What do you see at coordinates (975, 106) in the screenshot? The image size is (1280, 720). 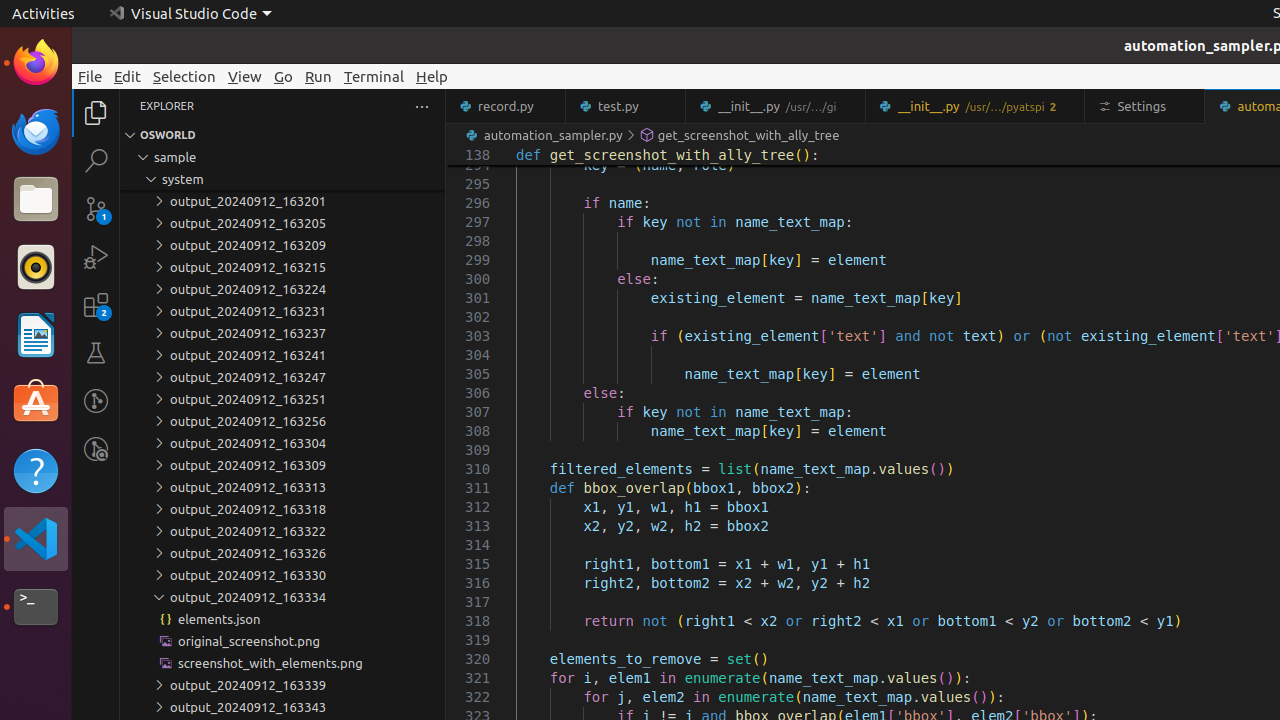 I see `'__init__.py'` at bounding box center [975, 106].